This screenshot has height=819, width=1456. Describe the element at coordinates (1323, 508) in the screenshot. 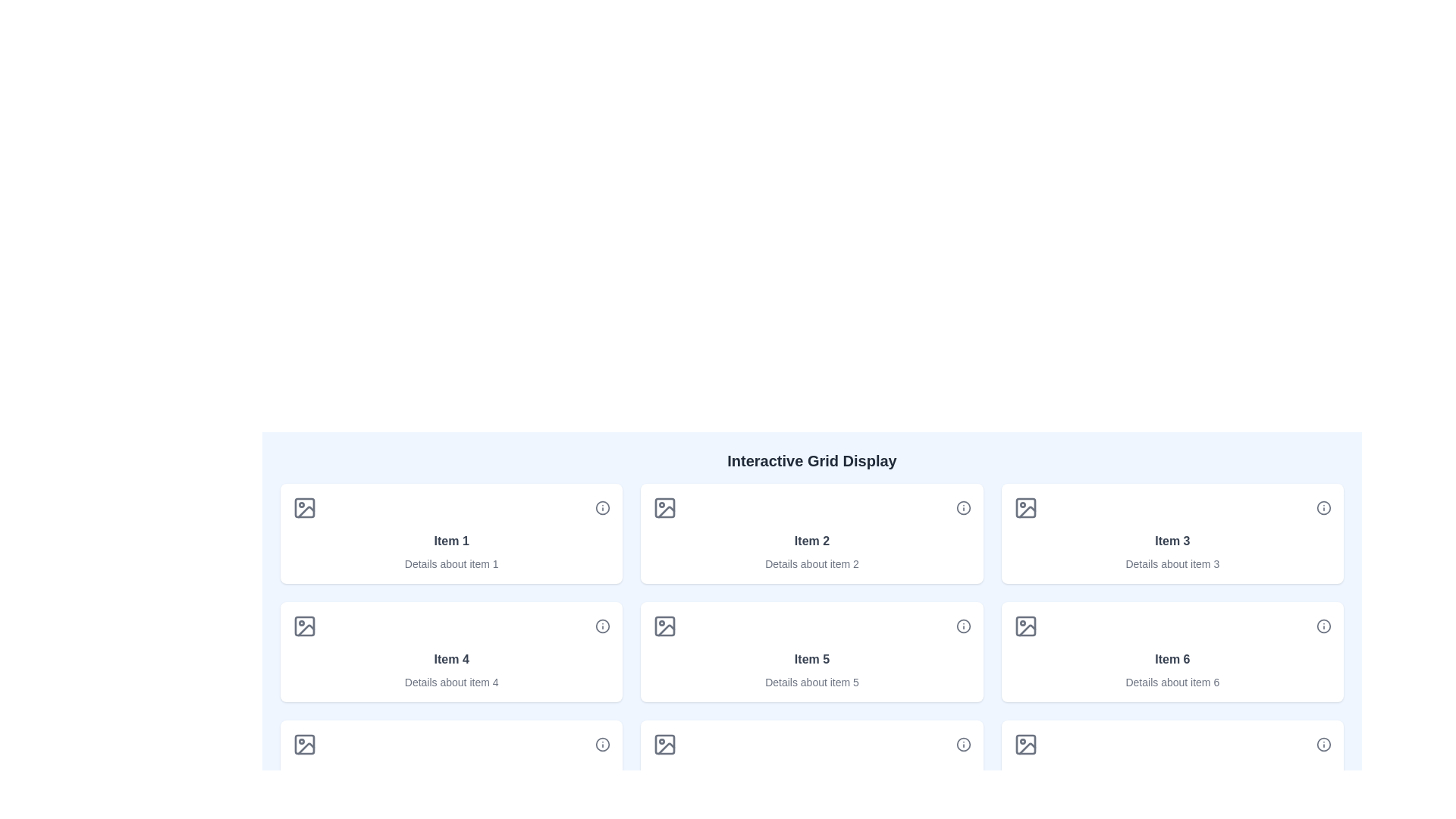

I see `the decorative SVG circle graphic located in the top-right corner of the 'Item 3' box within the 'Interactive Grid Display'` at that location.